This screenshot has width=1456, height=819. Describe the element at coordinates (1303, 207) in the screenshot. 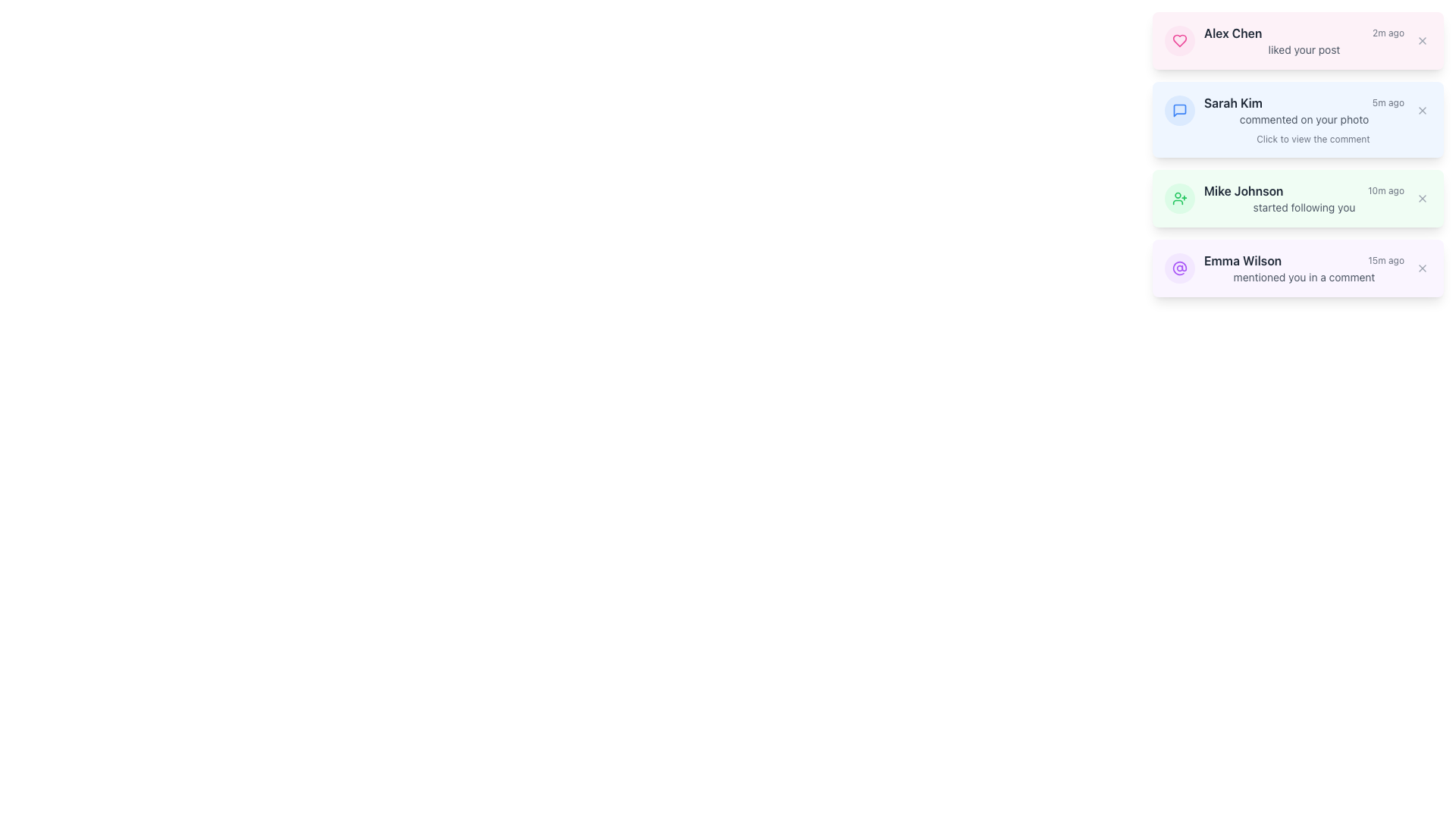

I see `text label that displays 'started following you', which is styled in small gray font and located under 'Mike Johnson' as the third notification item` at that location.